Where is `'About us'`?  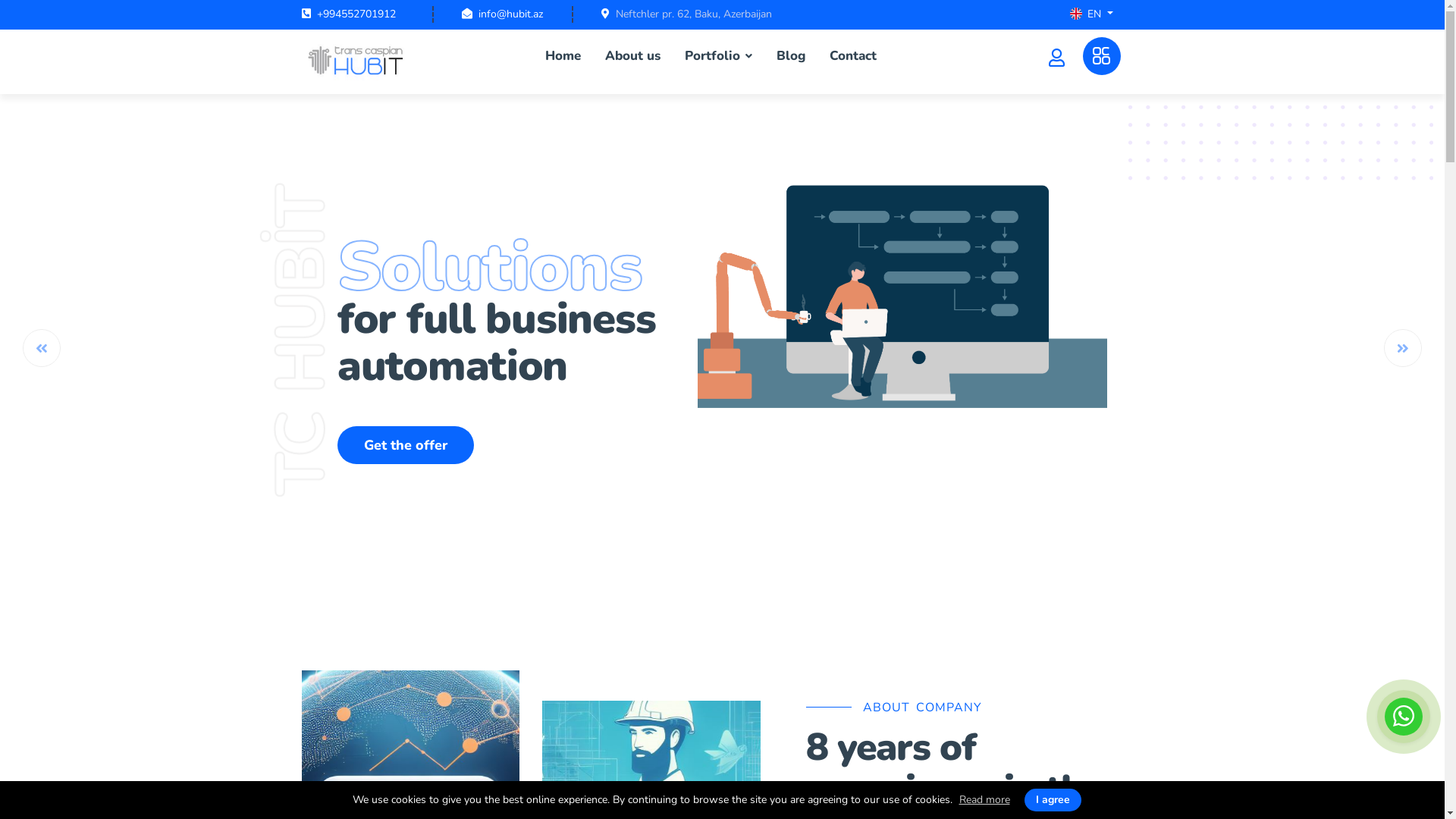 'About us' is located at coordinates (632, 55).